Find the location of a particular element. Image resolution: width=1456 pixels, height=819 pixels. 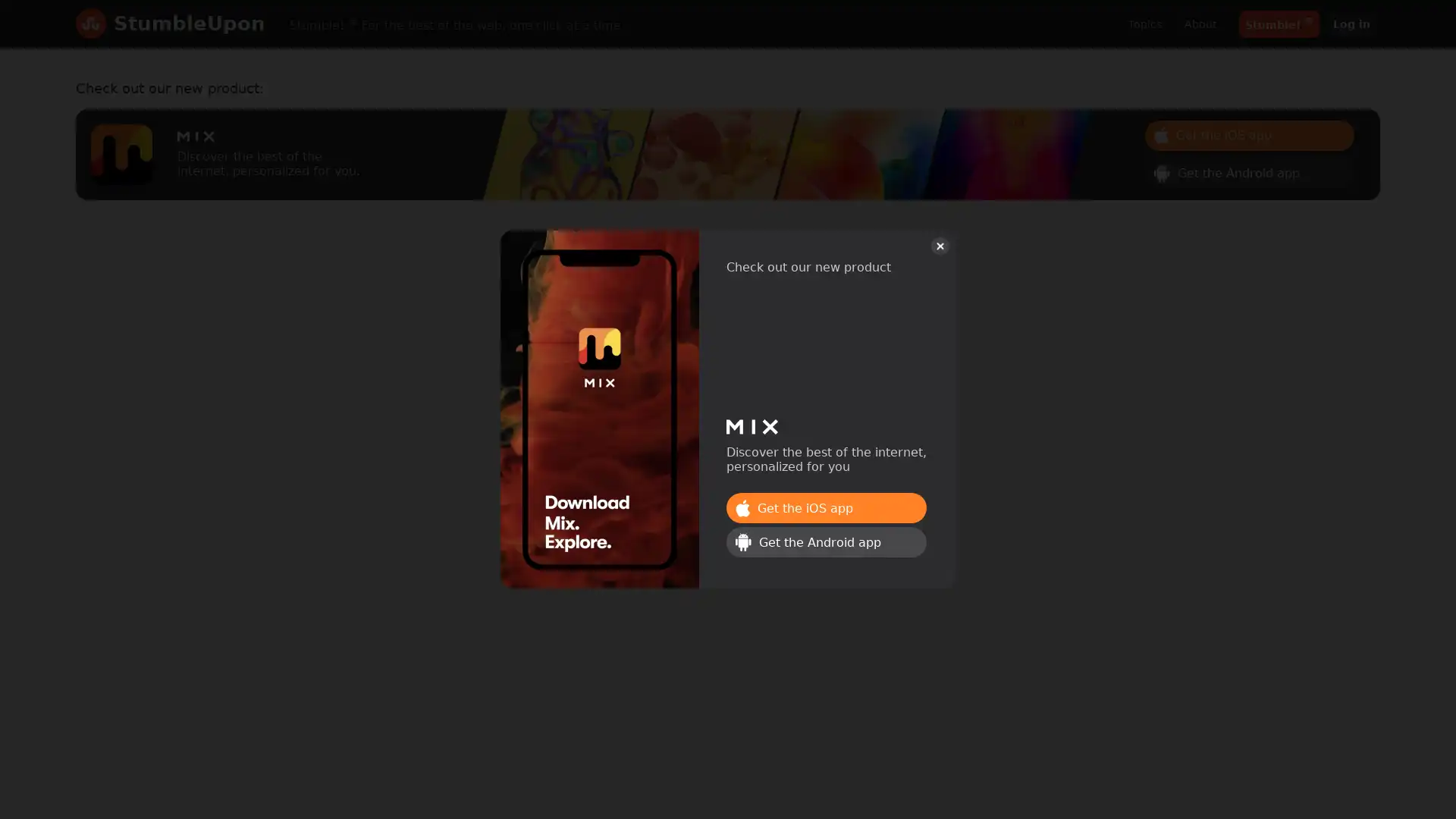

Header Image 1 Get the Android app is located at coordinates (1249, 171).